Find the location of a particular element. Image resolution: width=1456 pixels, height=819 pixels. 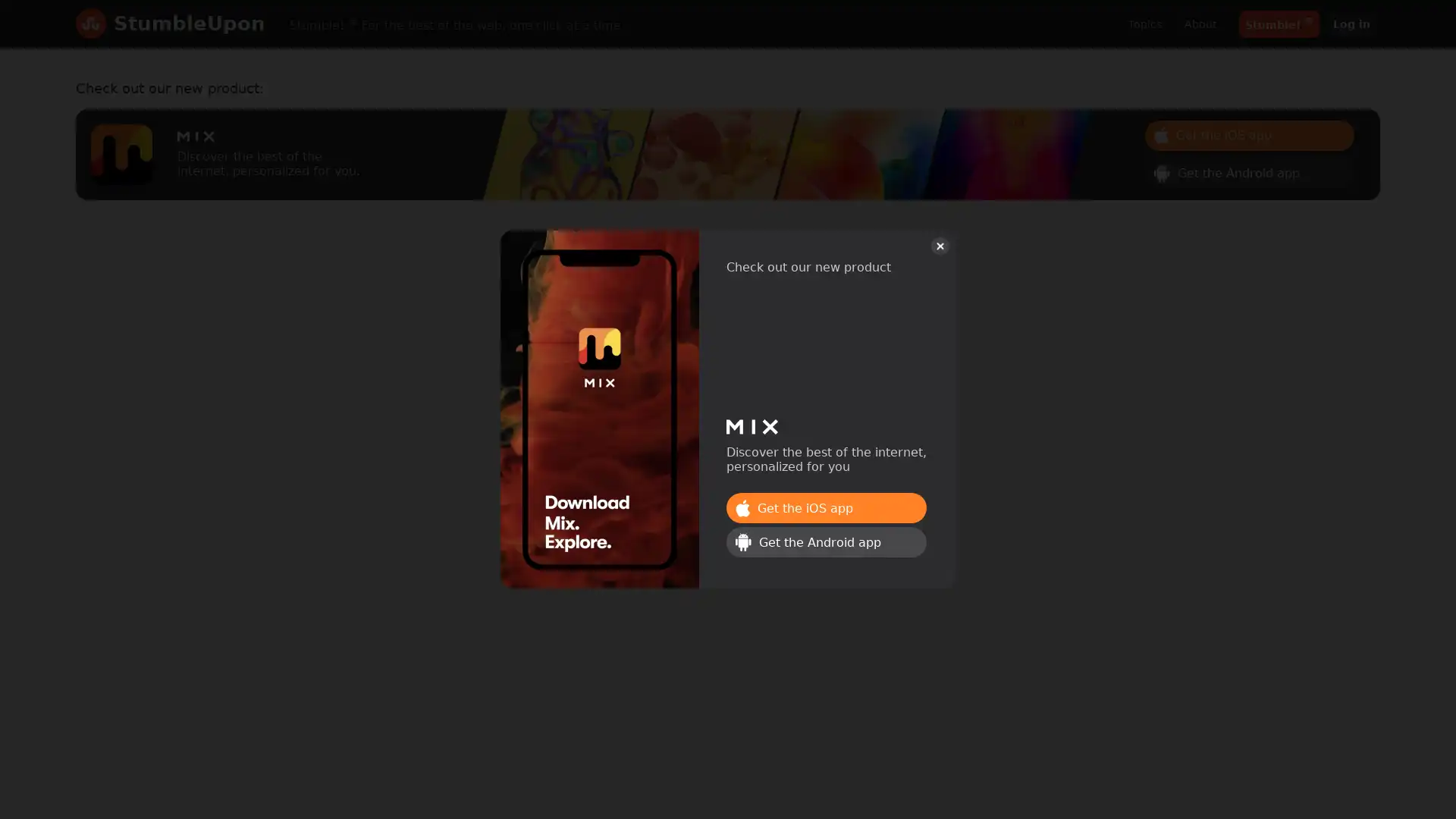

Header Image 1 Get the Android app is located at coordinates (1249, 171).